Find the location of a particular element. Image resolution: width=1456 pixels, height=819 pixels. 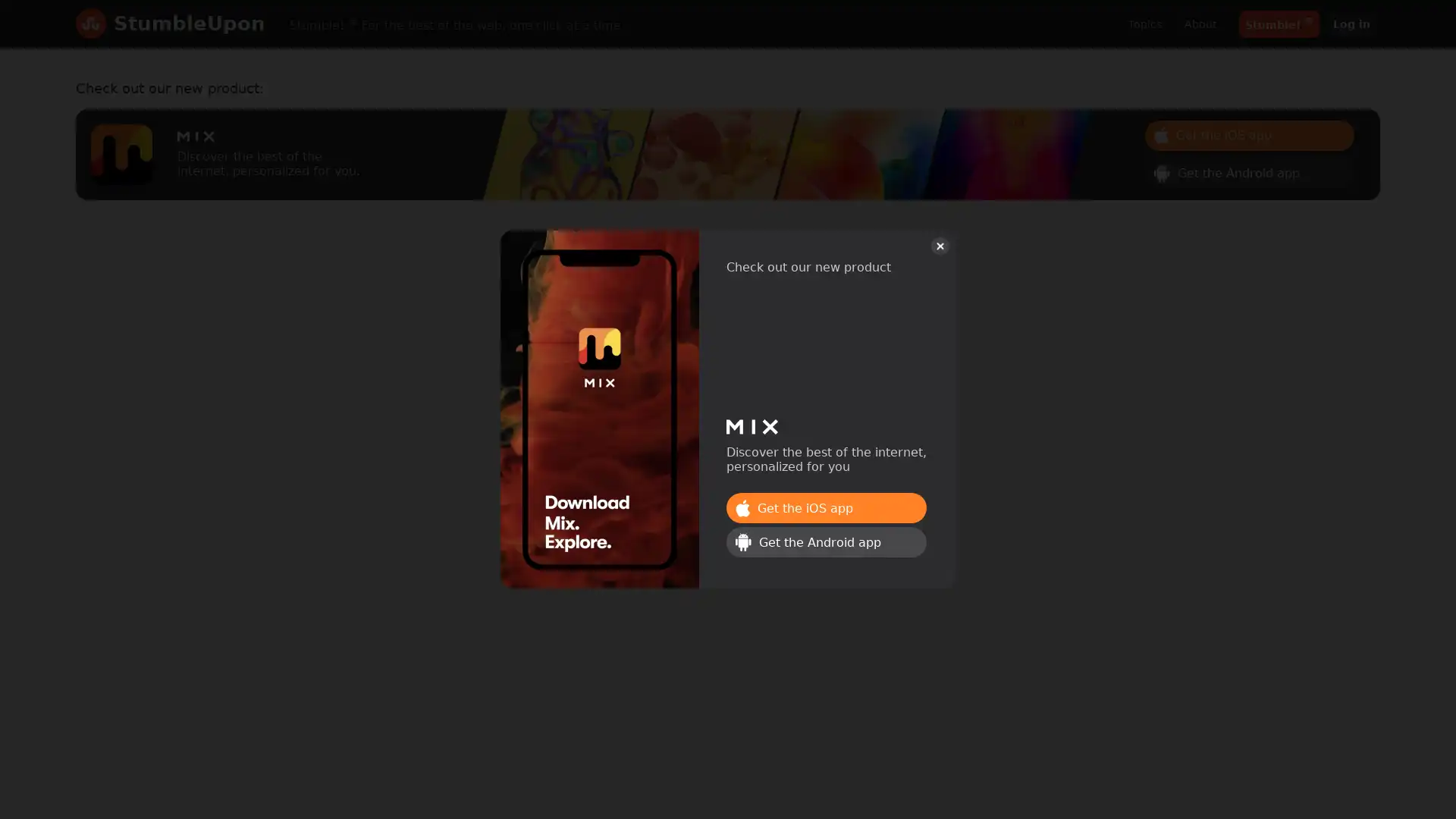

Header Image 1 Get the Android app is located at coordinates (1249, 171).